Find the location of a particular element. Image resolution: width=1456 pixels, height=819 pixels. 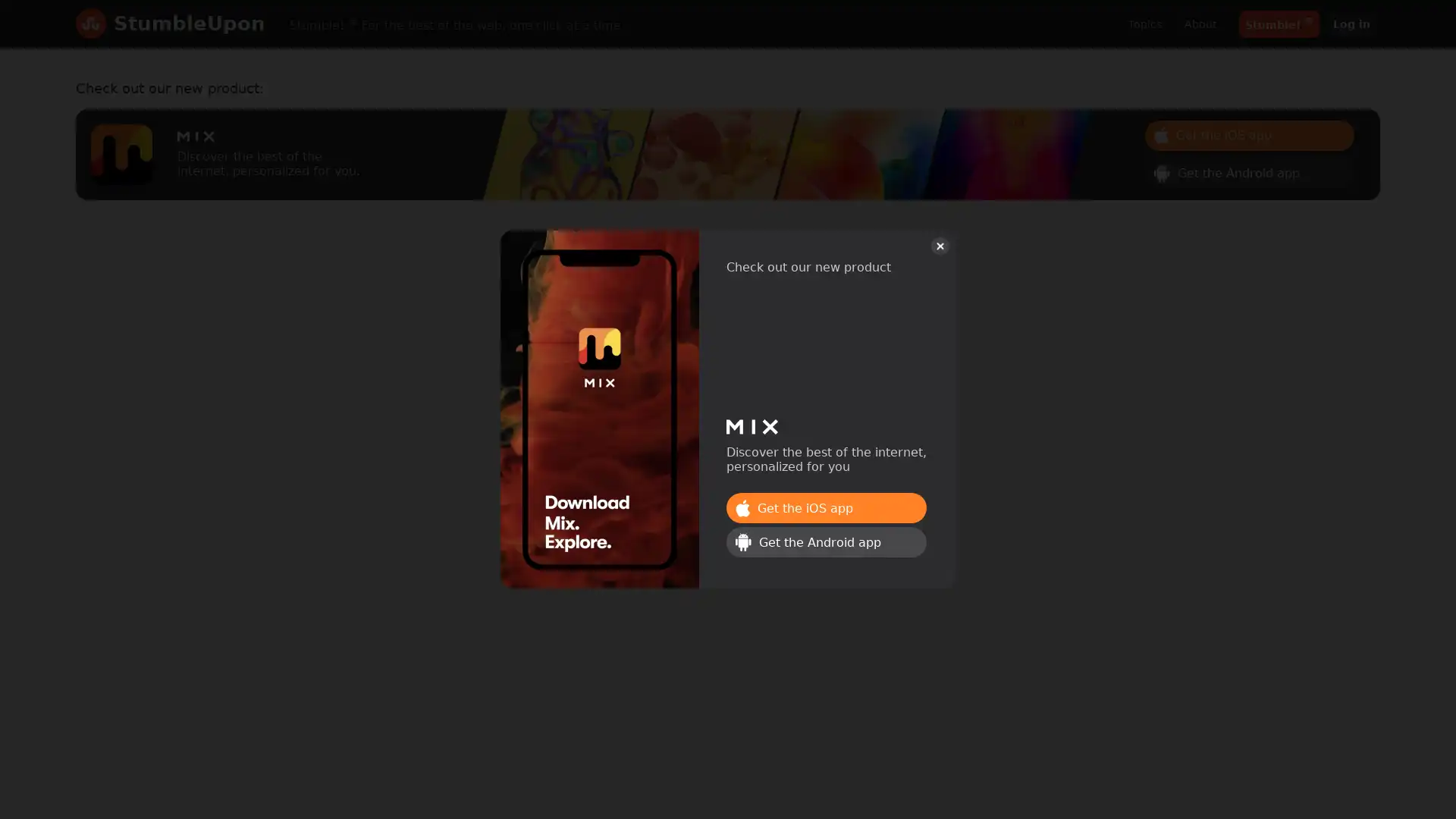

Header Image 1 Get the Android app is located at coordinates (1249, 171).